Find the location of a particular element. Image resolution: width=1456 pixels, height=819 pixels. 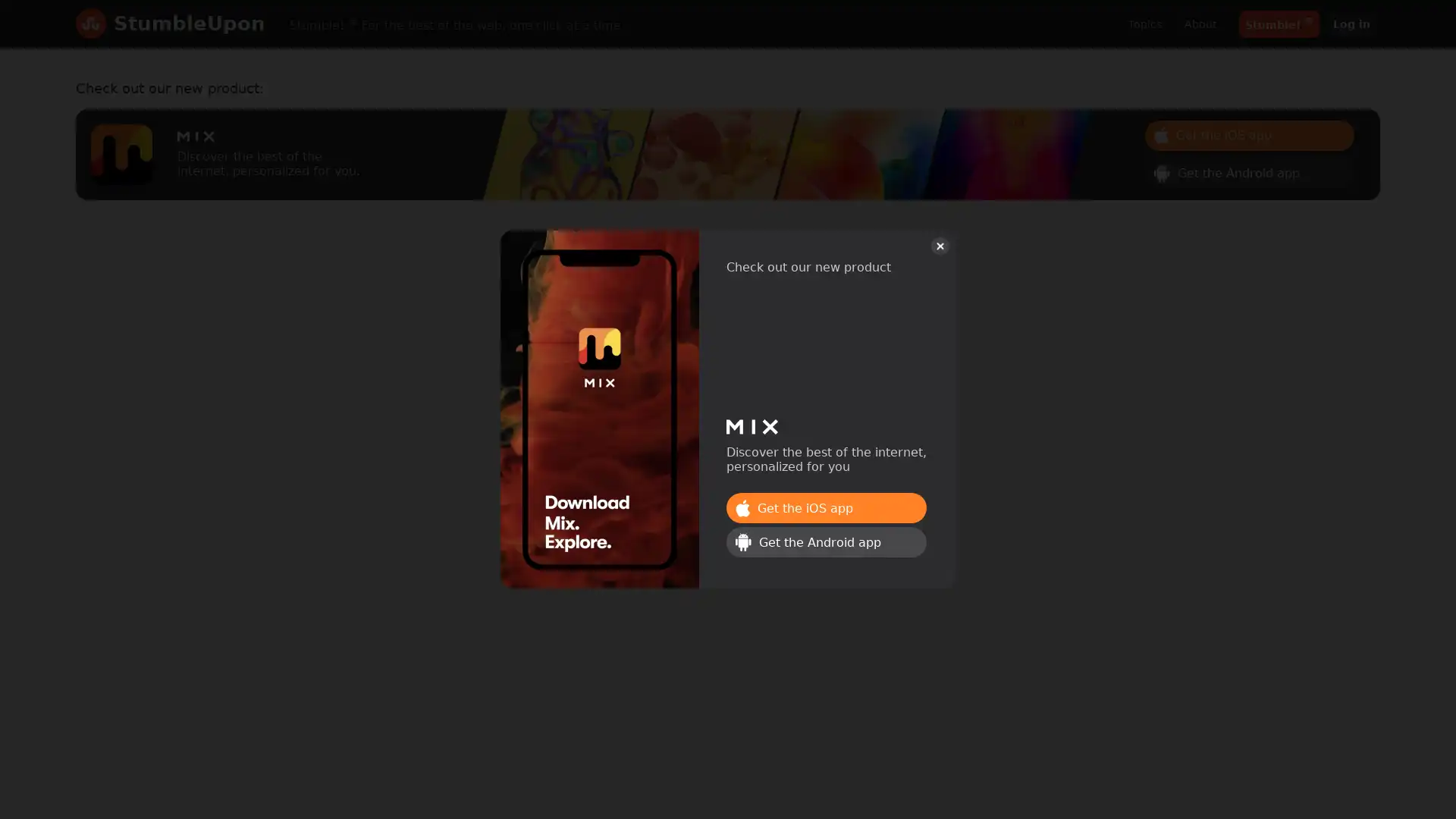

Header Image 1 Get the Android app is located at coordinates (1249, 171).